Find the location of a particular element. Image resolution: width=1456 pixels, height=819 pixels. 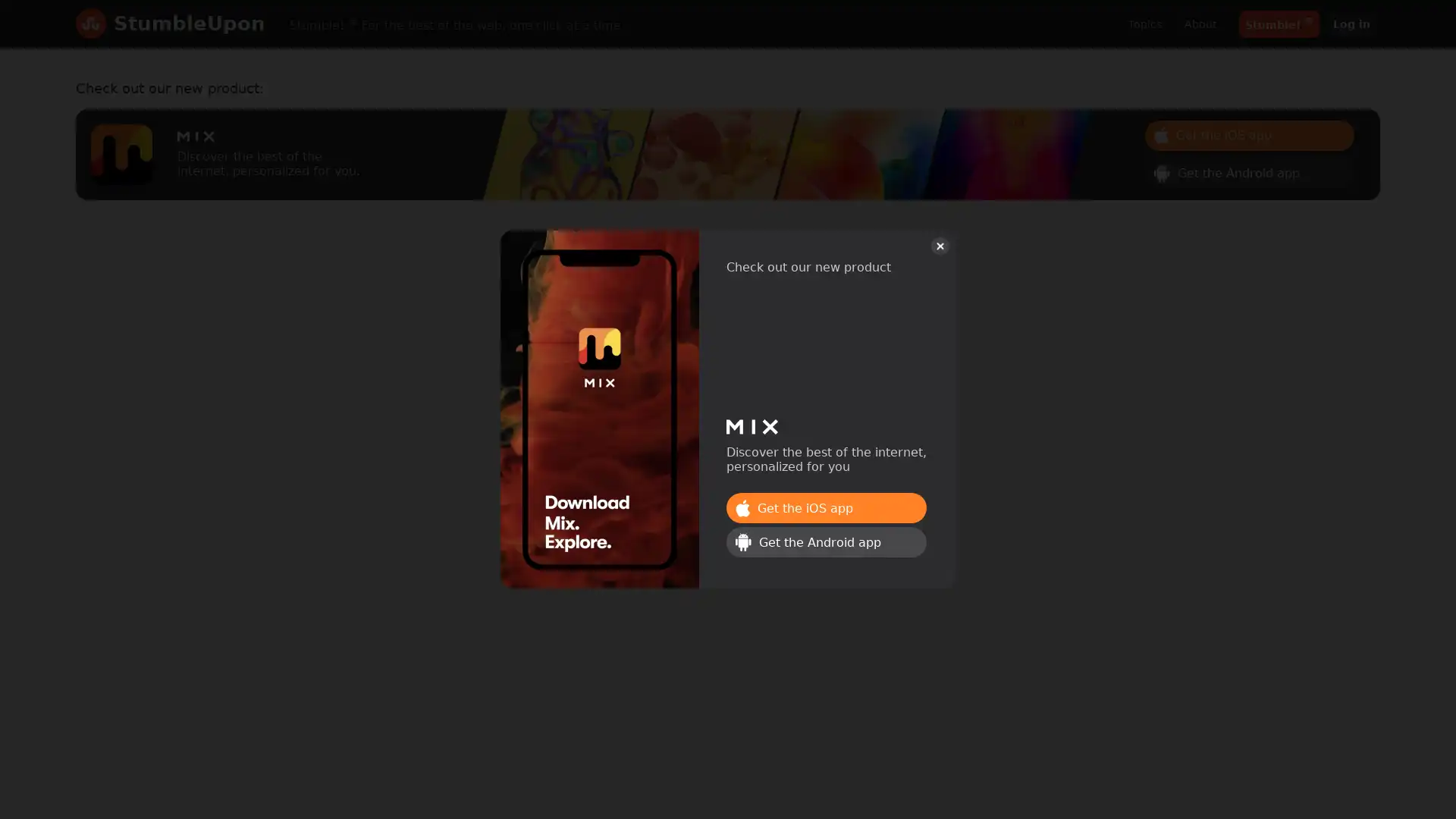

Header Image 1 Get the Android app is located at coordinates (1249, 171).